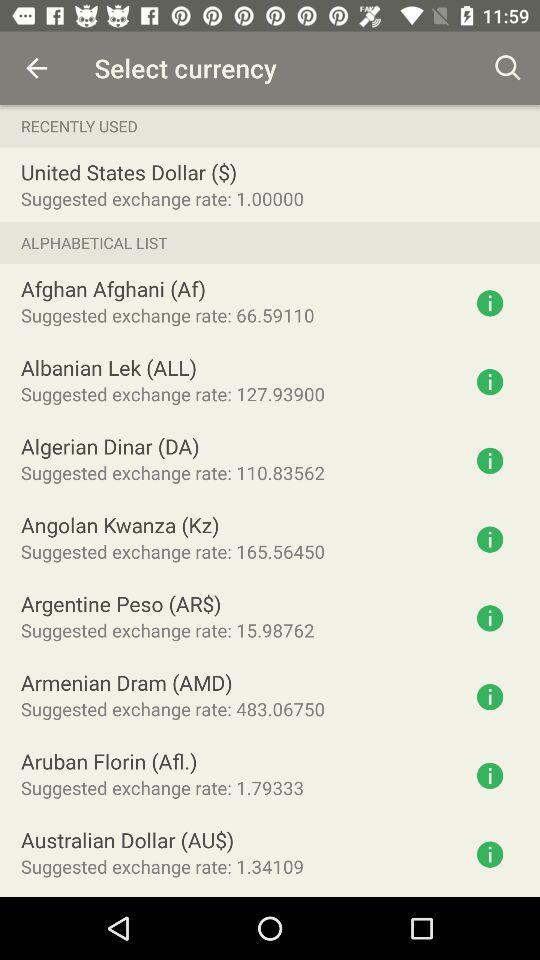 This screenshot has height=960, width=540. I want to click on information, so click(489, 381).